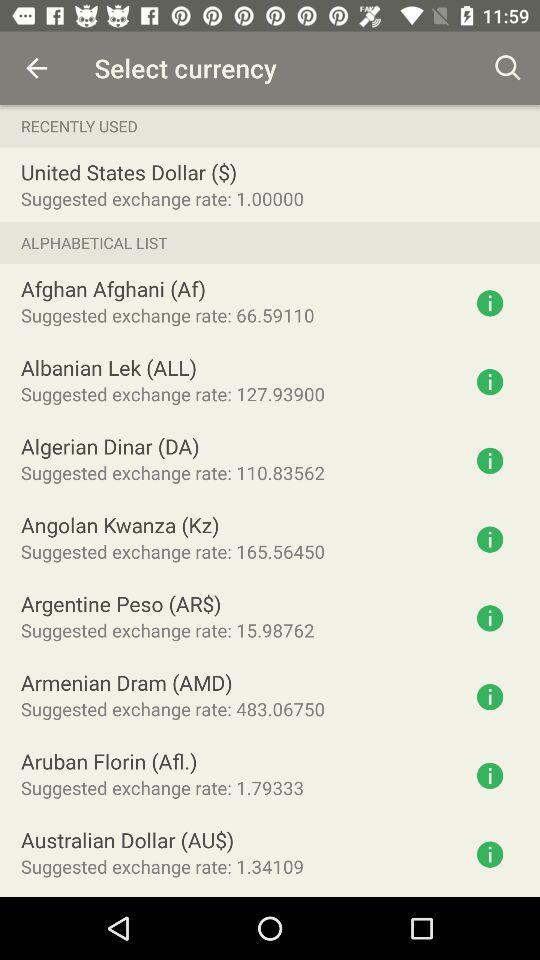 This screenshot has height=960, width=540. I want to click on information, so click(489, 381).